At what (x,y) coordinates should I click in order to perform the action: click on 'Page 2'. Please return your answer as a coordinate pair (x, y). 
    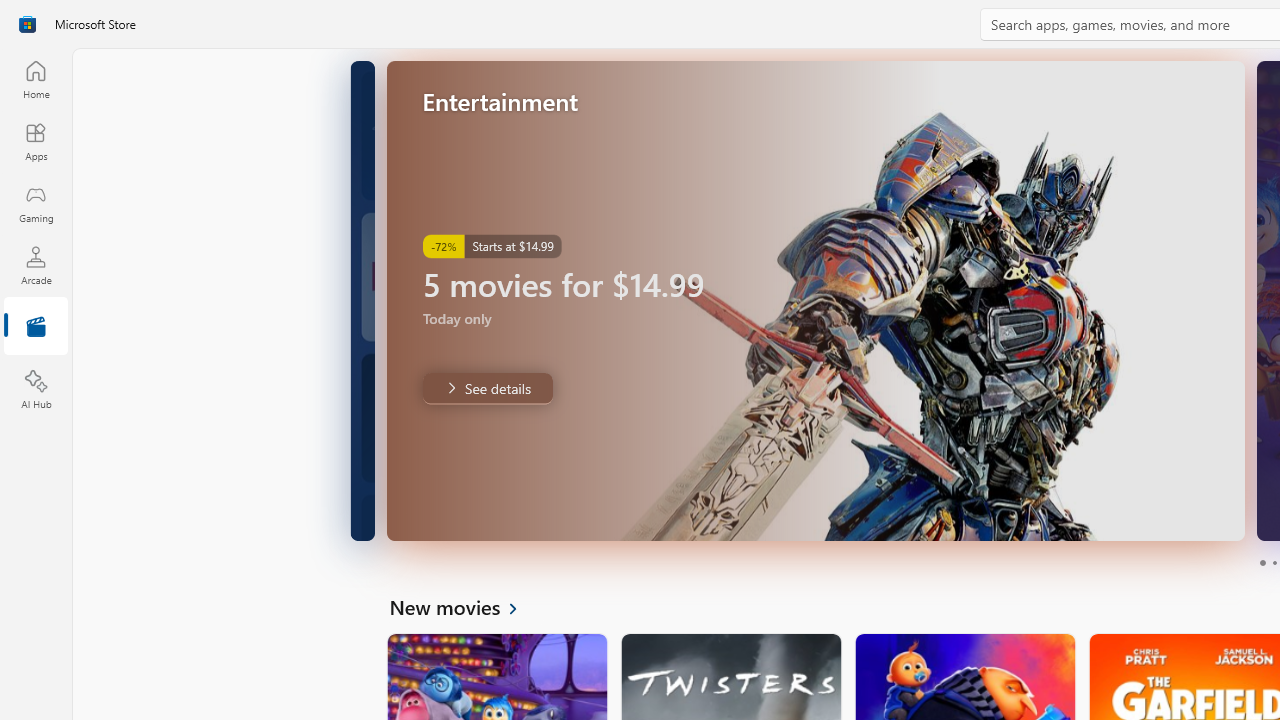
    Looking at the image, I should click on (1273, 563).